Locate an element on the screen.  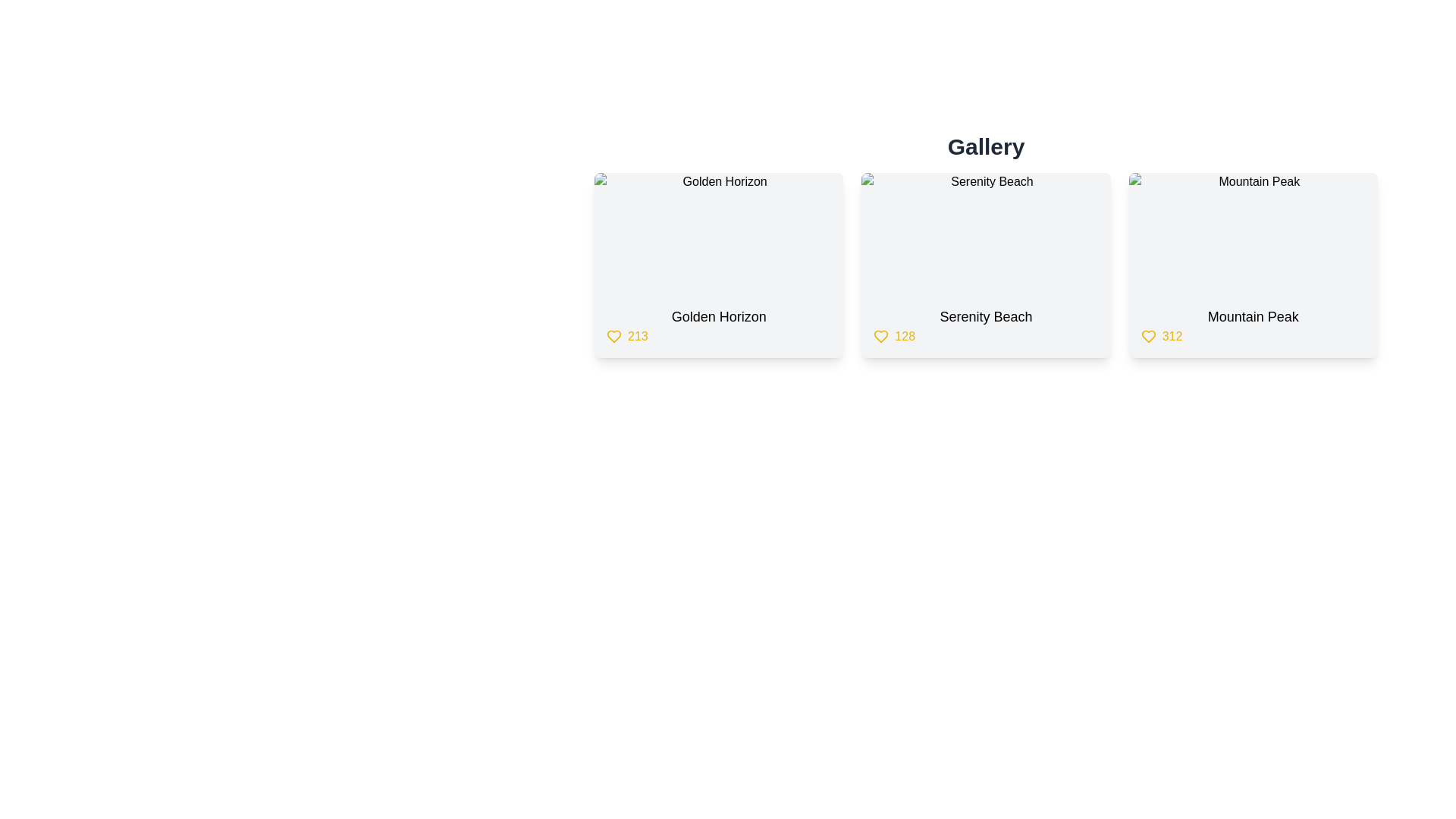
the 'like' icon located at the bottom-left corner of the first card in a horizontal grid of three cards is located at coordinates (614, 335).